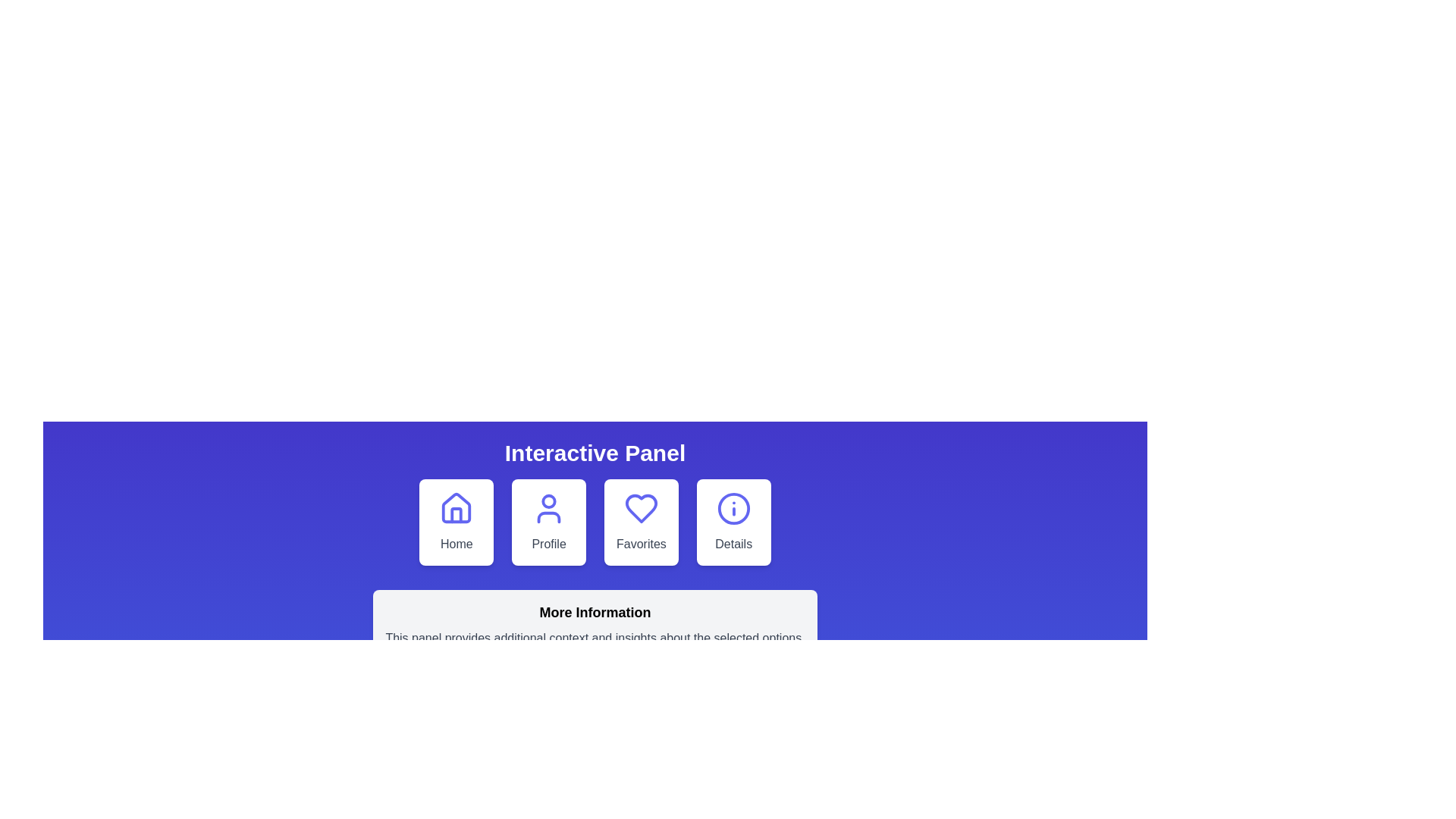 This screenshot has width=1456, height=819. What do you see at coordinates (594, 452) in the screenshot?
I see `text of the header component located above the buttons labeled 'Home', 'Profile', 'Favorites', and 'Details'` at bounding box center [594, 452].